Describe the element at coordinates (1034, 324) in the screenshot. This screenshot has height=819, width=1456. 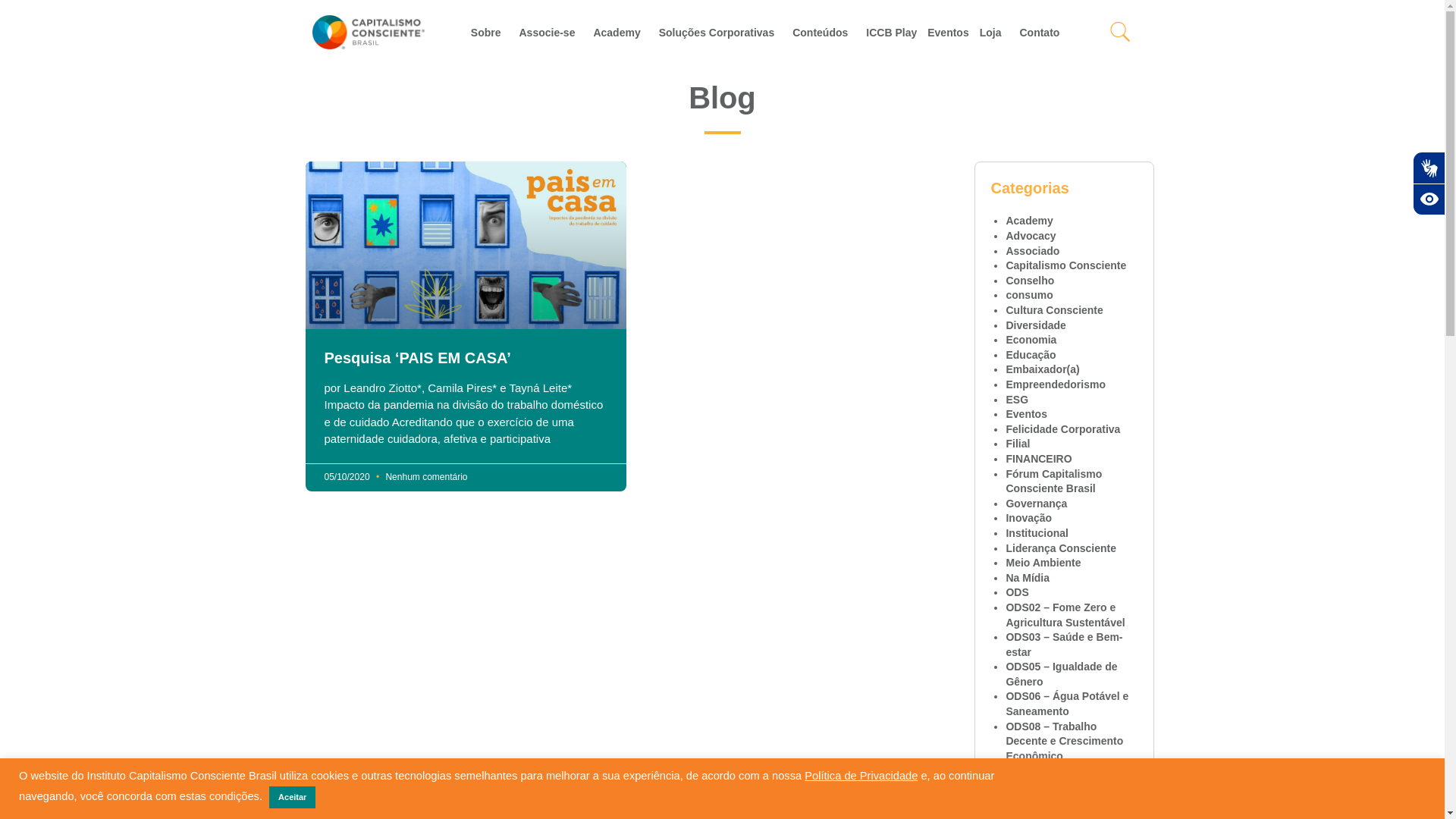
I see `'Diversidade'` at that location.